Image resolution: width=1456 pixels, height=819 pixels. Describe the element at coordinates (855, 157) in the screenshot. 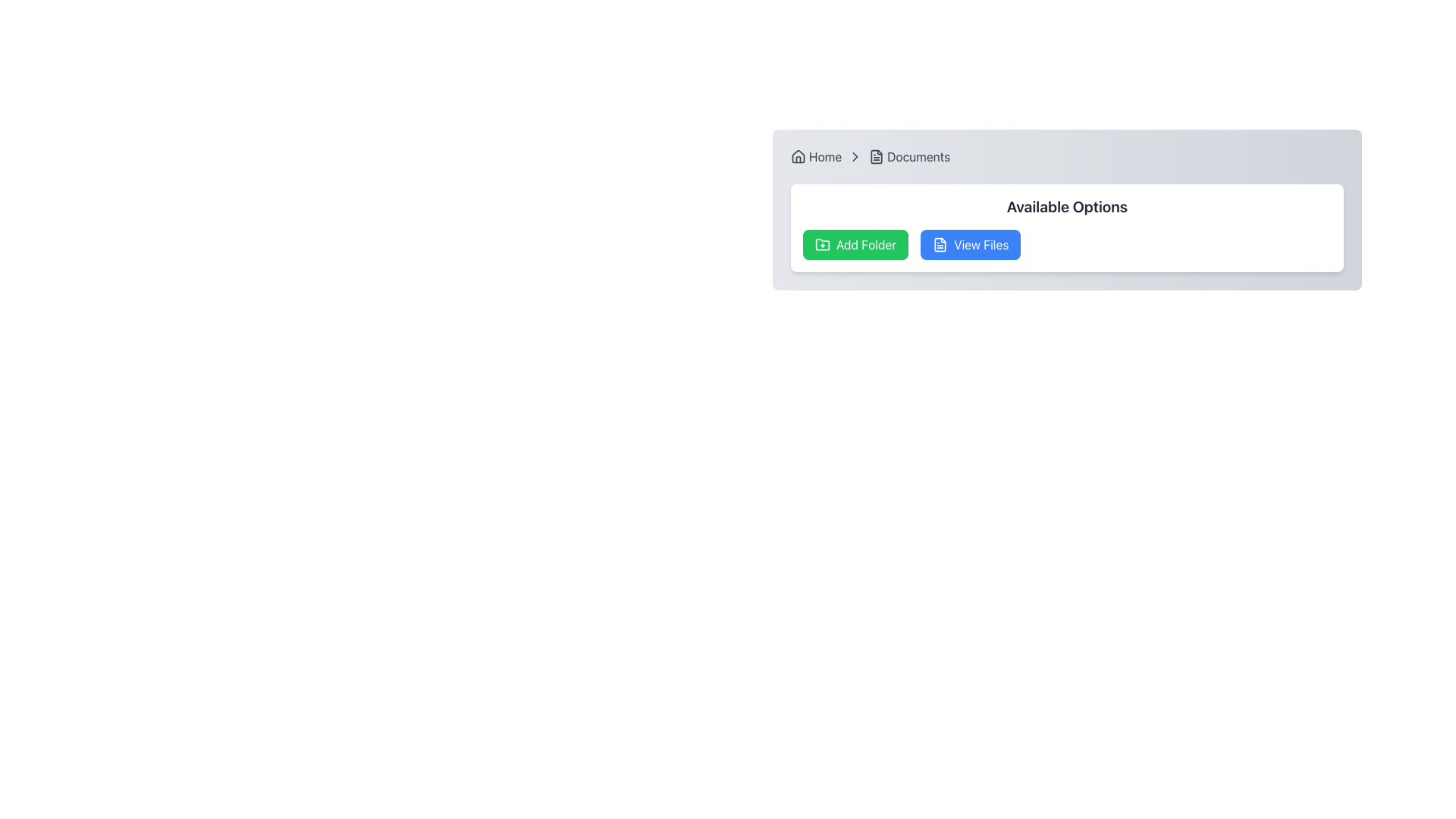

I see `the visual separator icon in the breadcrumb navigation located between 'Home' and 'Documents'` at that location.